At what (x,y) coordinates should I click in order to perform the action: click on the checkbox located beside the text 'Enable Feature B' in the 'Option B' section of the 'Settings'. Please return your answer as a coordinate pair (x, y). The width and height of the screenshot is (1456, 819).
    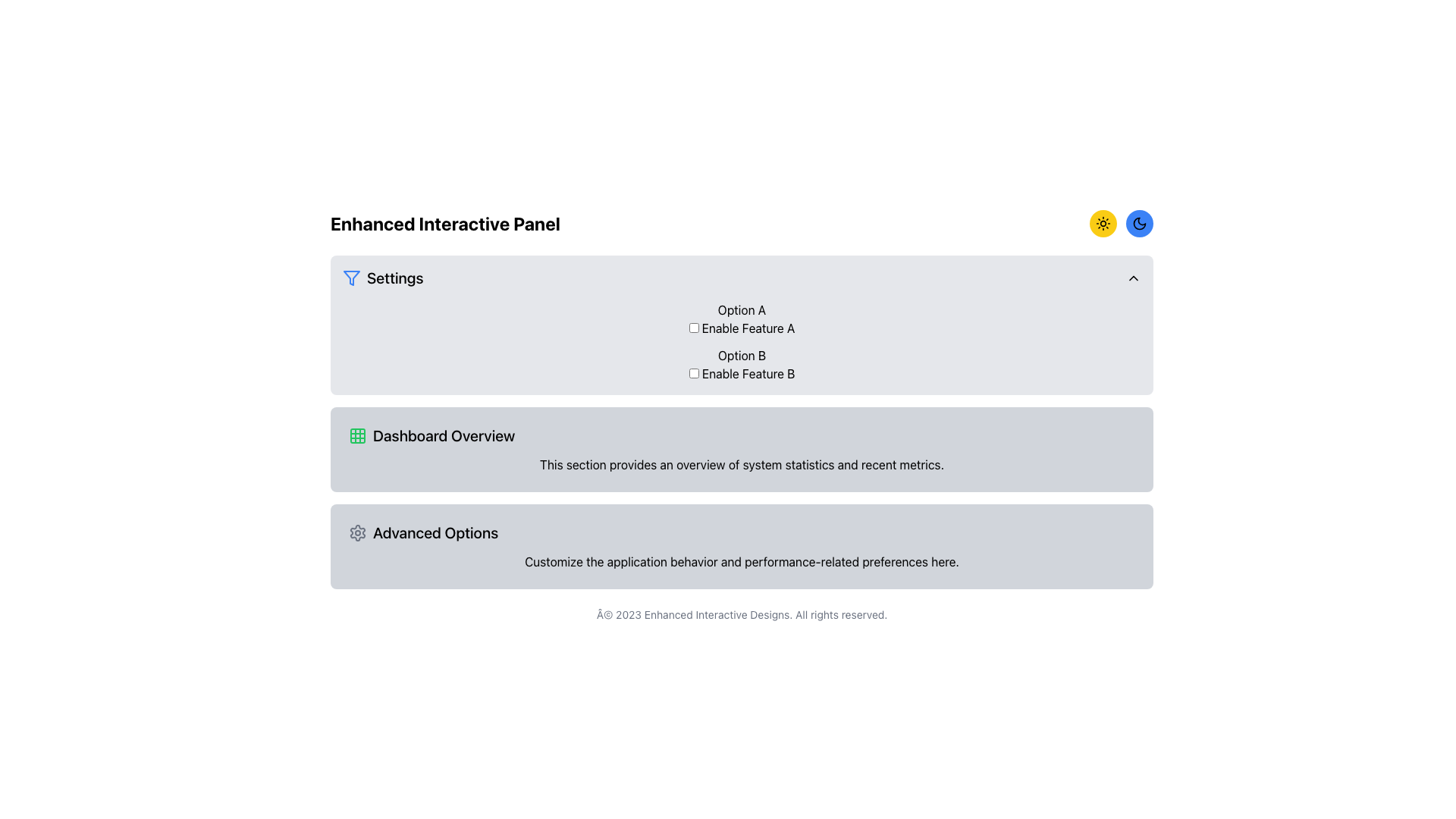
    Looking at the image, I should click on (693, 373).